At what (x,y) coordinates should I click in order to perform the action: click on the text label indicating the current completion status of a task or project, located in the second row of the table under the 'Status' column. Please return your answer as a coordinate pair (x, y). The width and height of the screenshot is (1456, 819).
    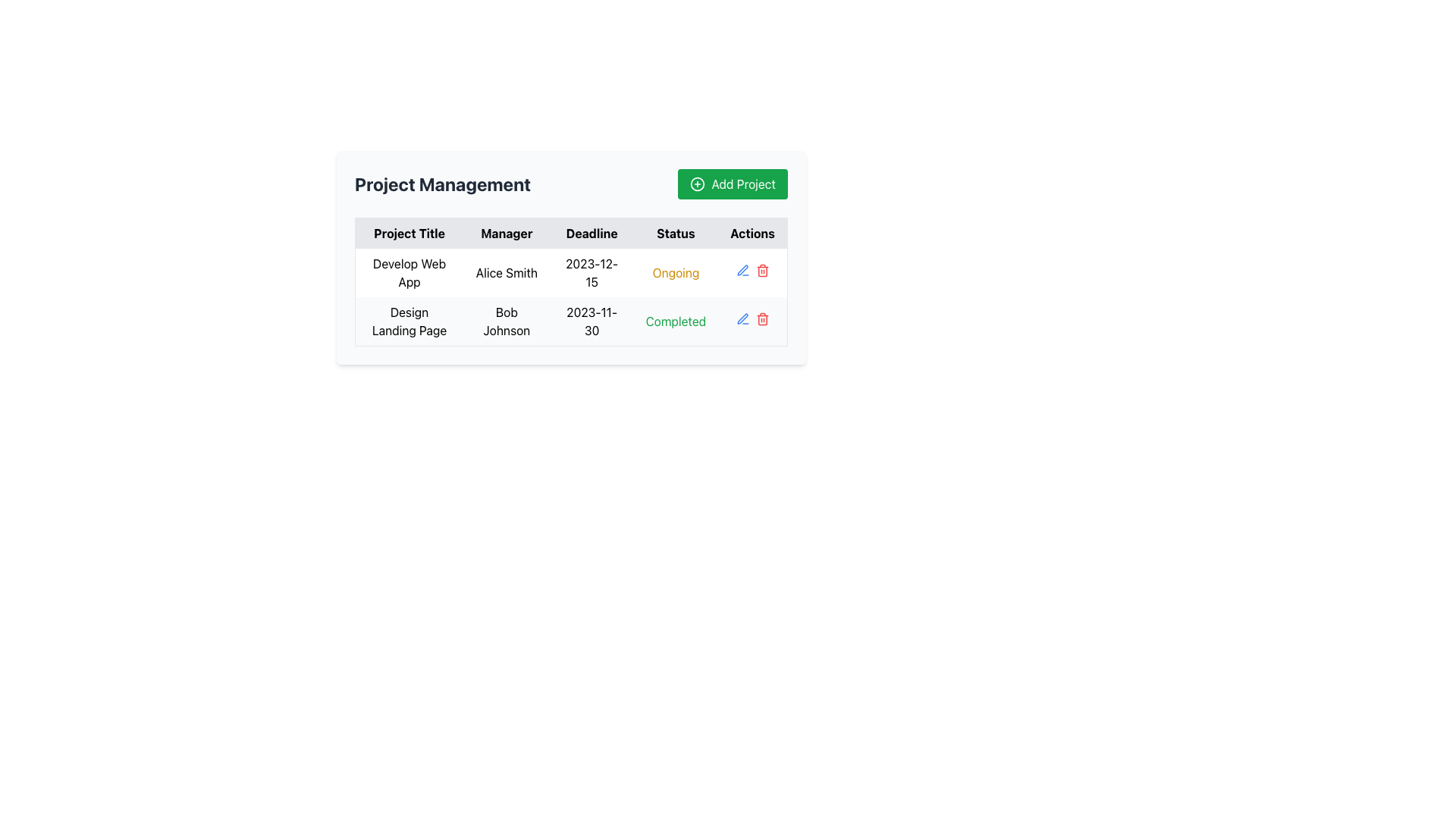
    Looking at the image, I should click on (675, 321).